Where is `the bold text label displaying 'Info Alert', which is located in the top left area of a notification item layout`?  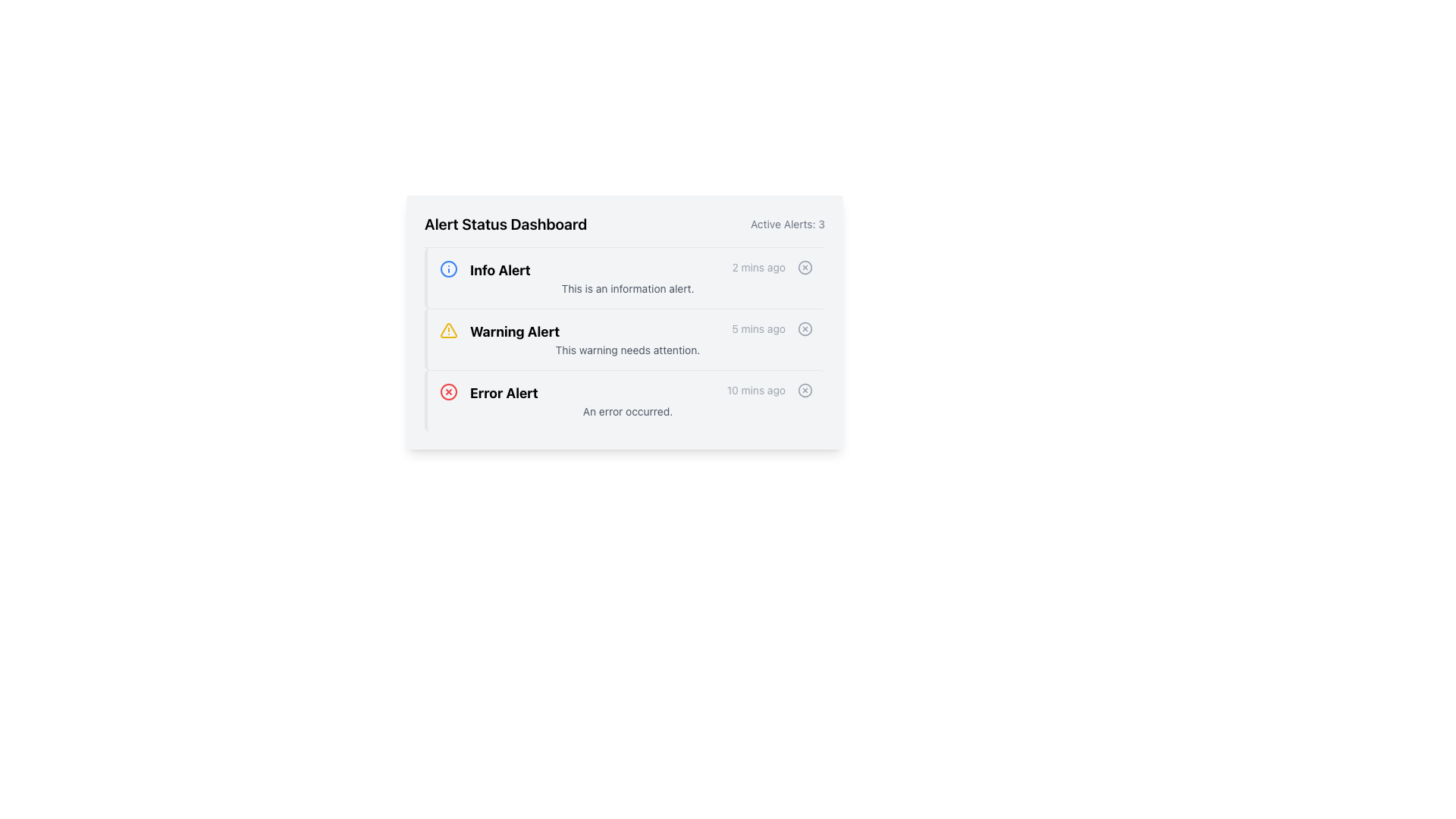 the bold text label displaying 'Info Alert', which is located in the top left area of a notification item layout is located at coordinates (500, 270).